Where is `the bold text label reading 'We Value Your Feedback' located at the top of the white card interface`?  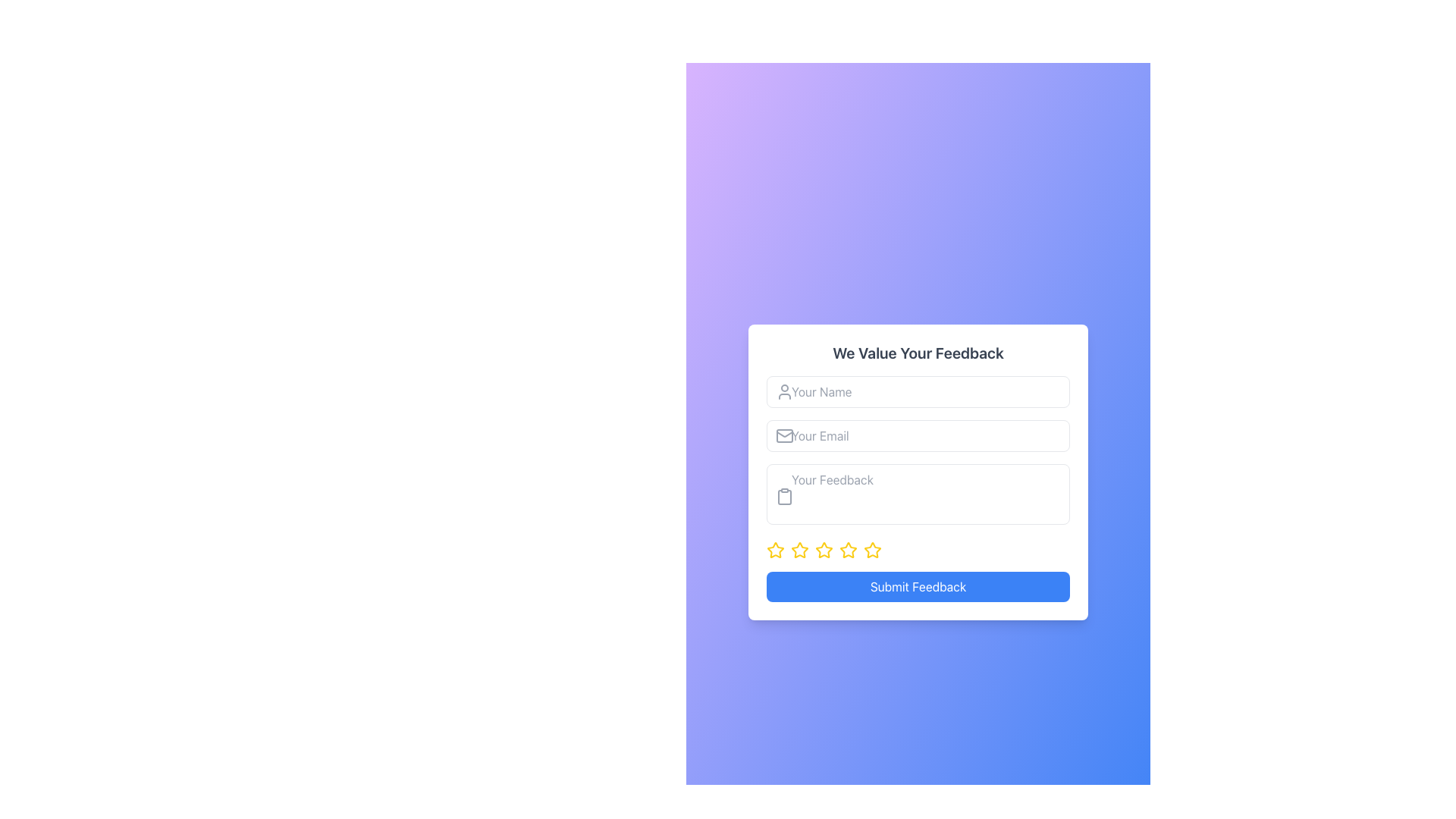 the bold text label reading 'We Value Your Feedback' located at the top of the white card interface is located at coordinates (917, 353).